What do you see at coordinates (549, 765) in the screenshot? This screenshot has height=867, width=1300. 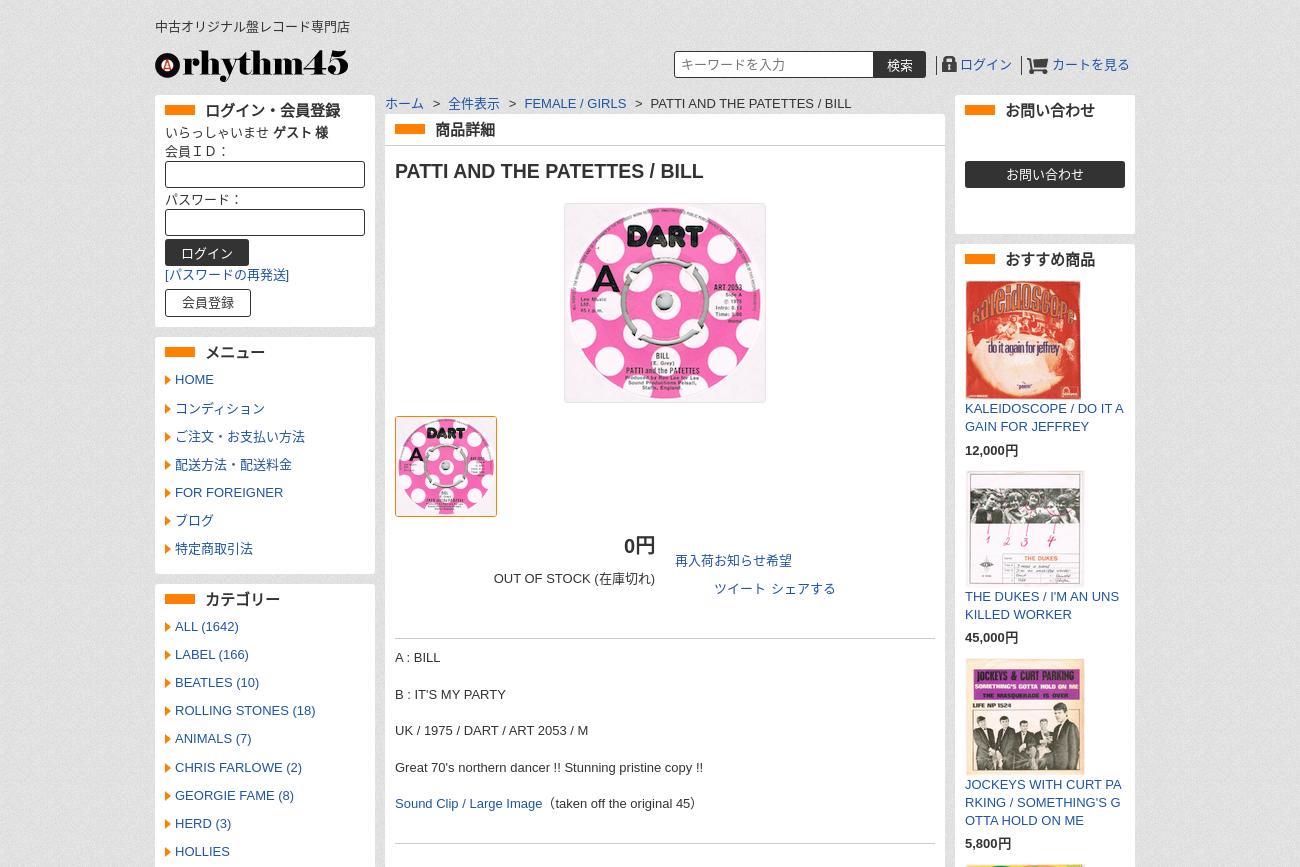 I see `'Great 70's northern dancer !! Stunning pristine copy !!'` at bounding box center [549, 765].